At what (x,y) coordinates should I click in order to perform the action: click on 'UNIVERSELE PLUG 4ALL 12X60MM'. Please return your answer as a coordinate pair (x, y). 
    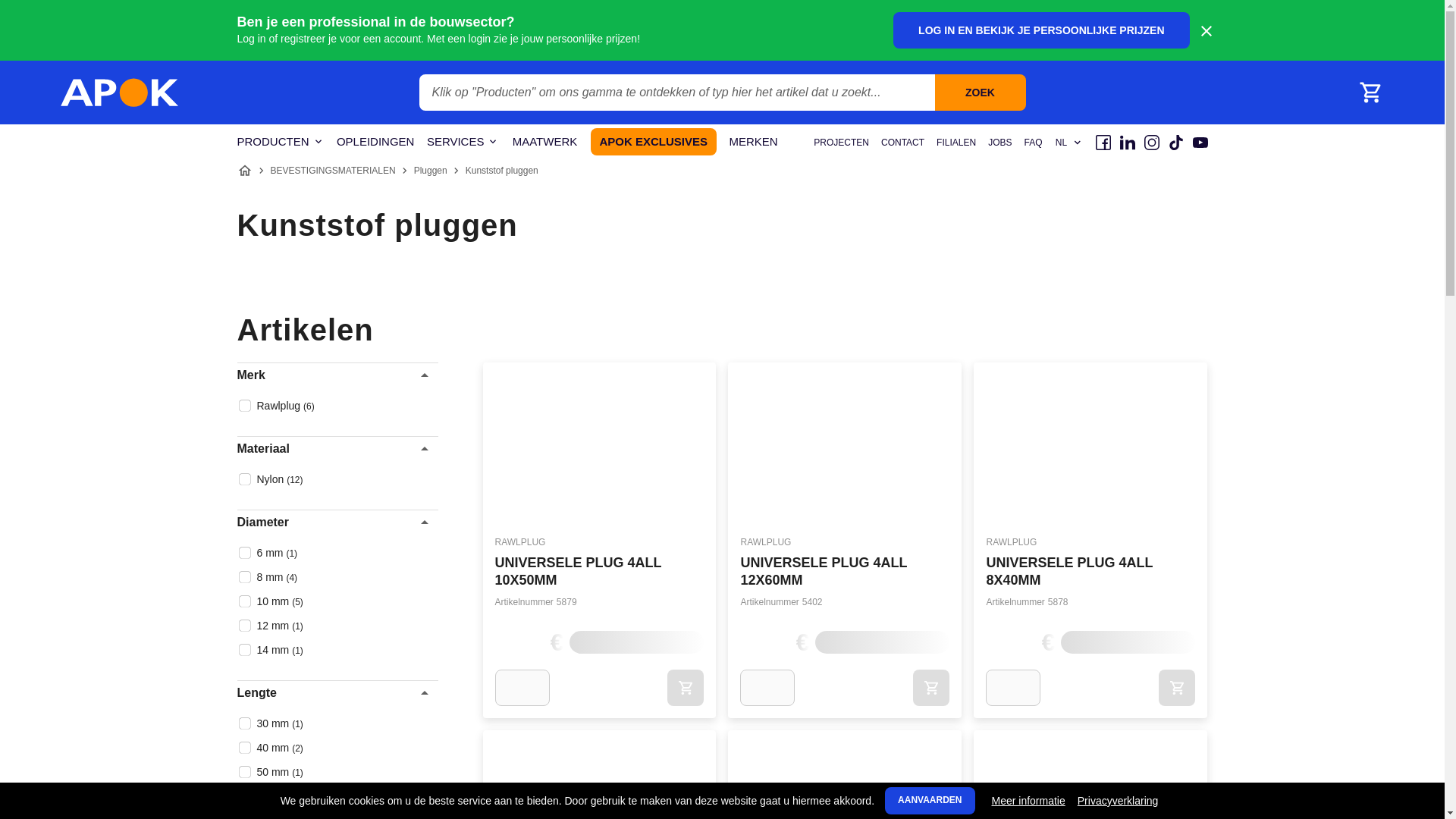
    Looking at the image, I should click on (822, 571).